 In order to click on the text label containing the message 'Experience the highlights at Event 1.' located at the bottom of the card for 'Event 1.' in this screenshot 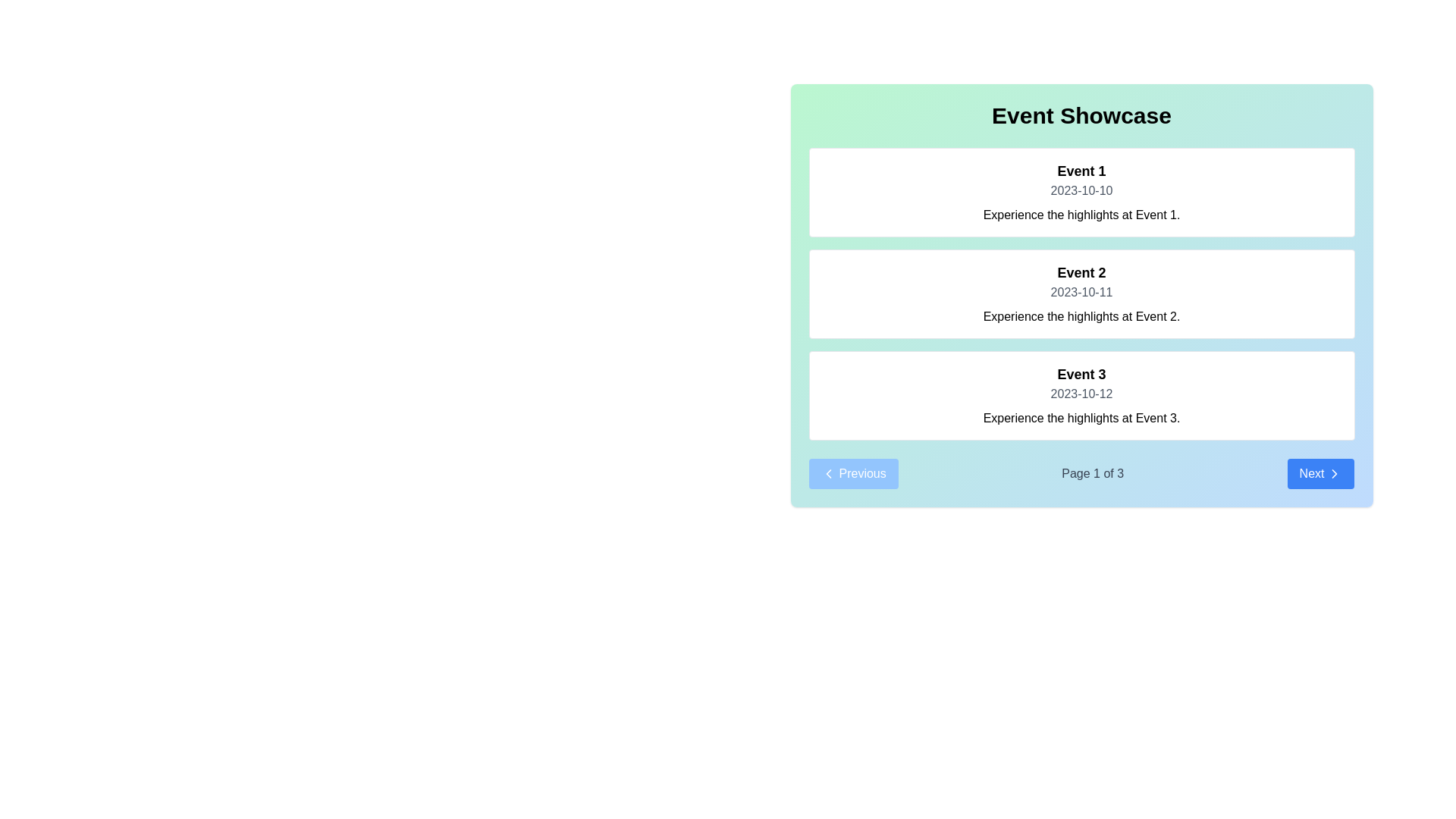, I will do `click(1081, 215)`.